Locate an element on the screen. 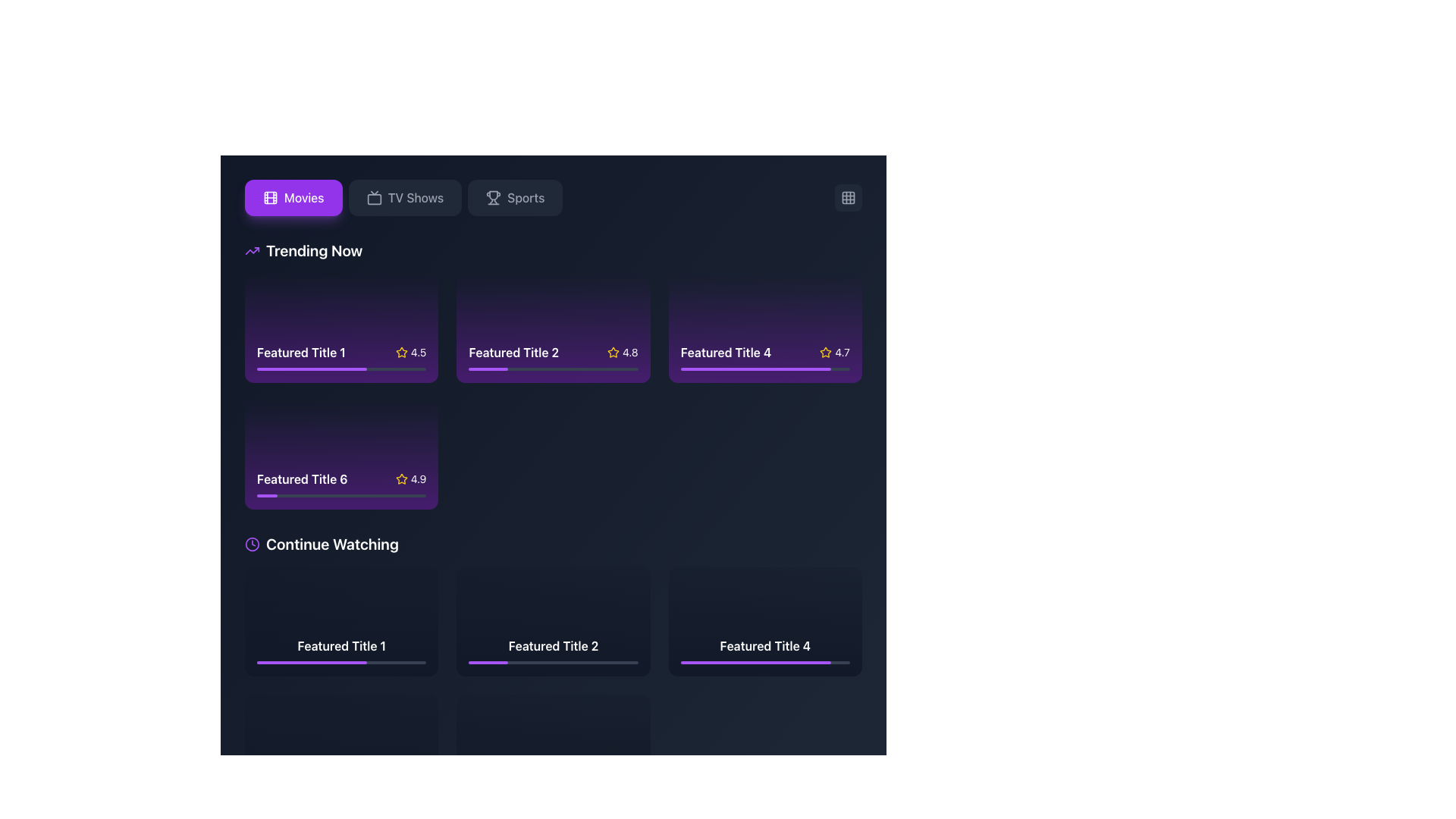  the Card UI component located in the second row and third column of the grid layout is located at coordinates (765, 622).